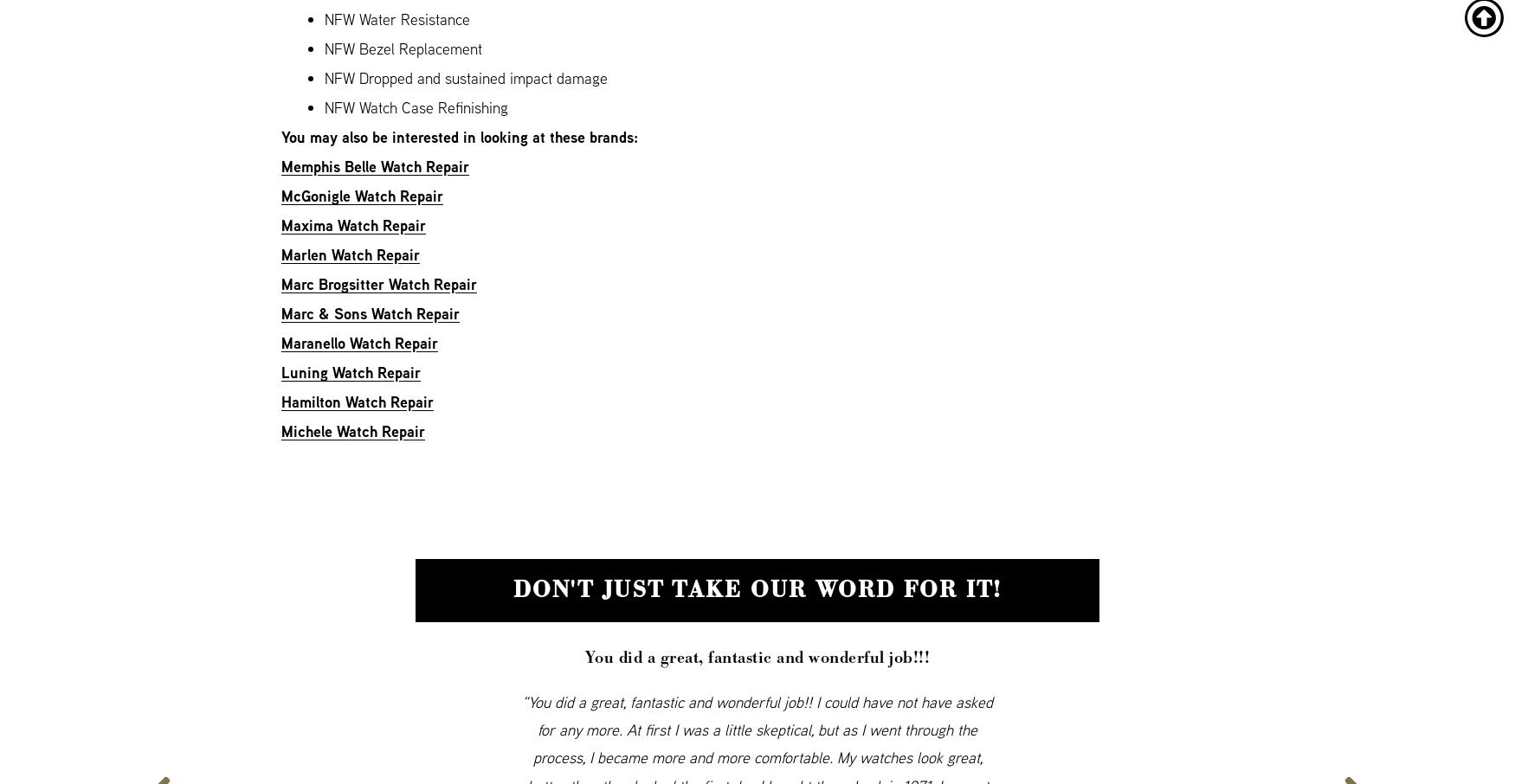 This screenshot has height=784, width=1515. Describe the element at coordinates (465, 78) in the screenshot. I see `'NFW Dropped and sustained impact damage'` at that location.